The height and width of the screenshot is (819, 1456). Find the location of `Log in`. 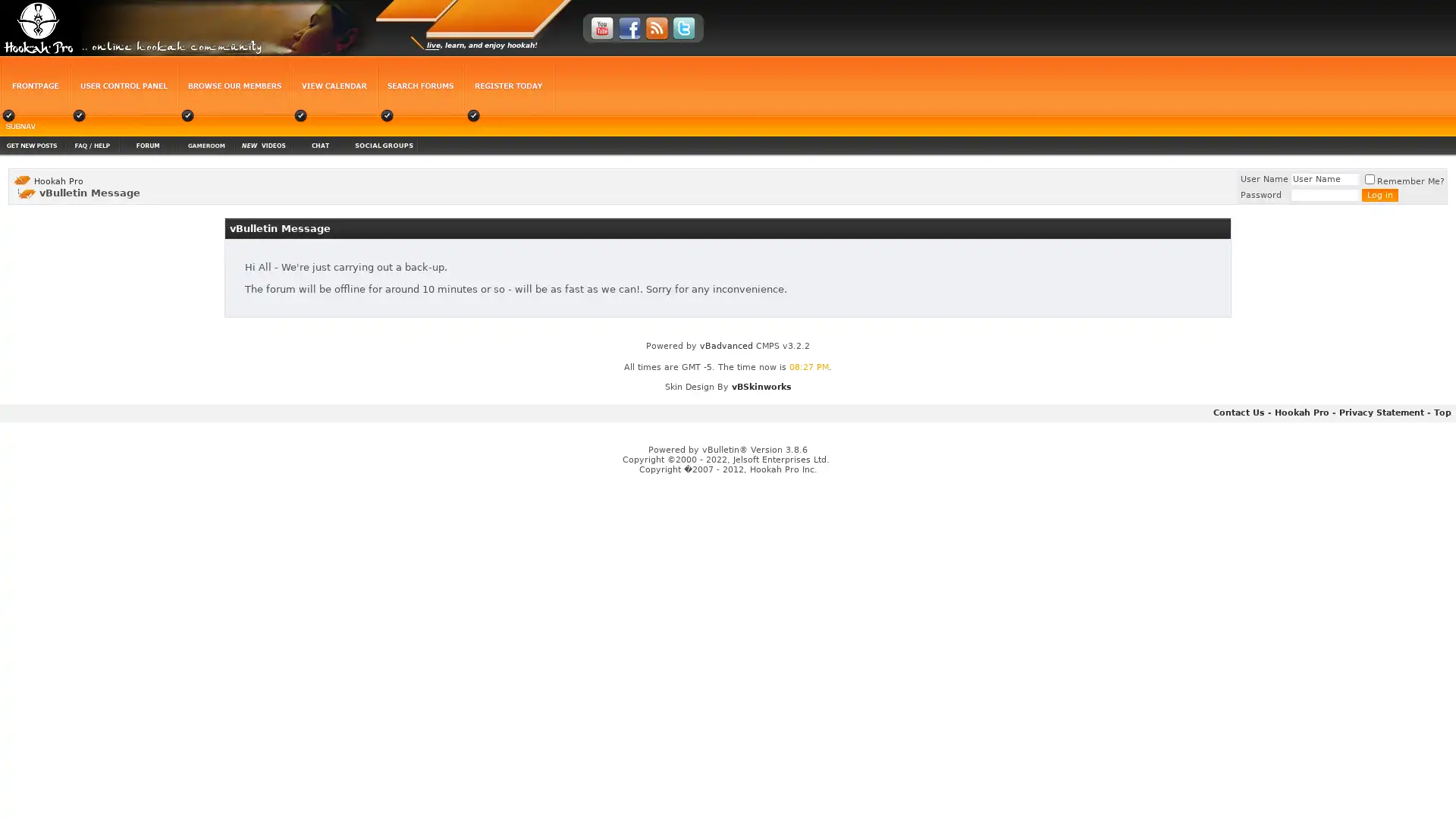

Log in is located at coordinates (1379, 193).